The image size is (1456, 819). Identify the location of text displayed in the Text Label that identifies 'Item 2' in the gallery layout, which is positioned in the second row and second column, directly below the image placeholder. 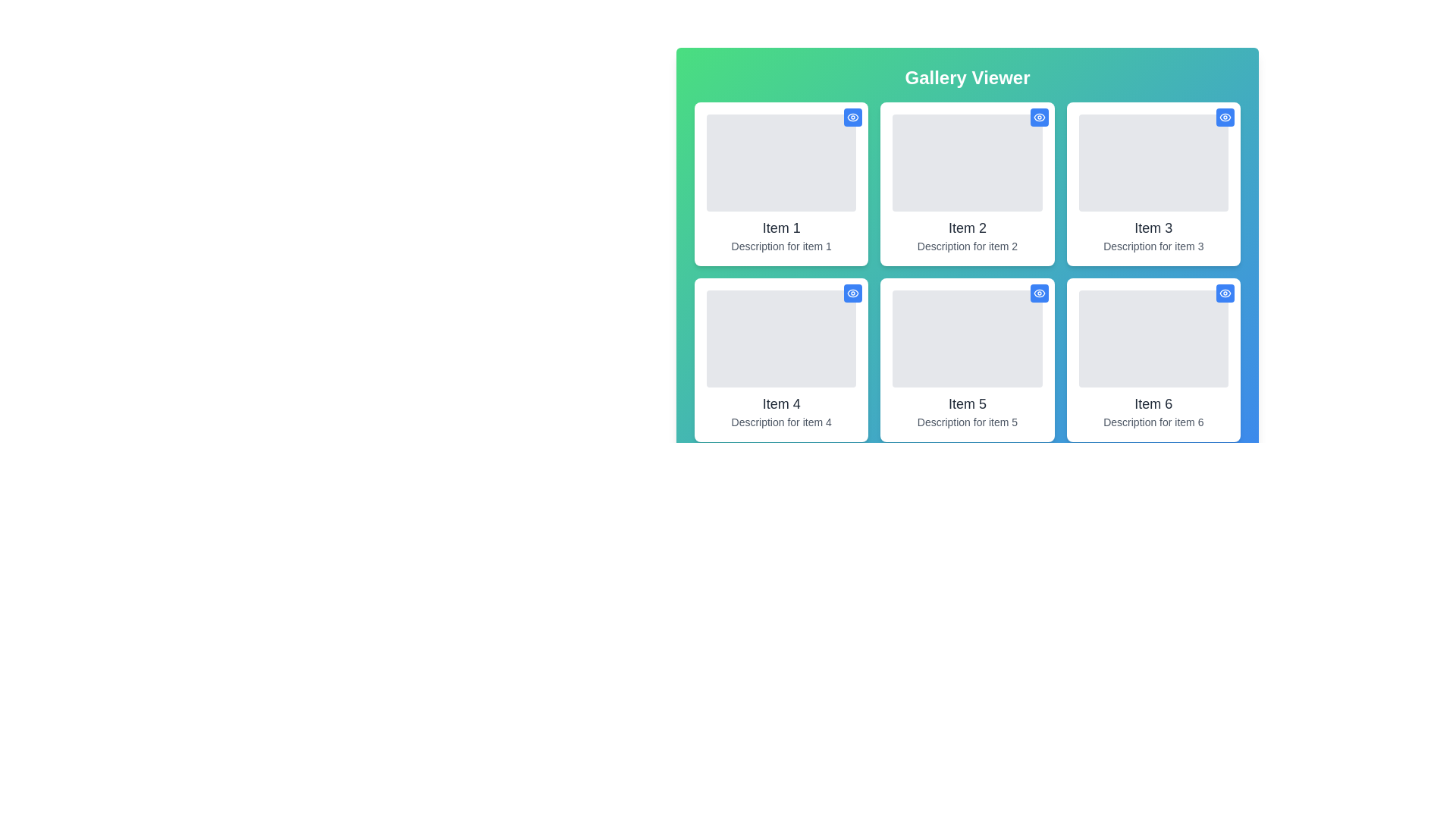
(967, 227).